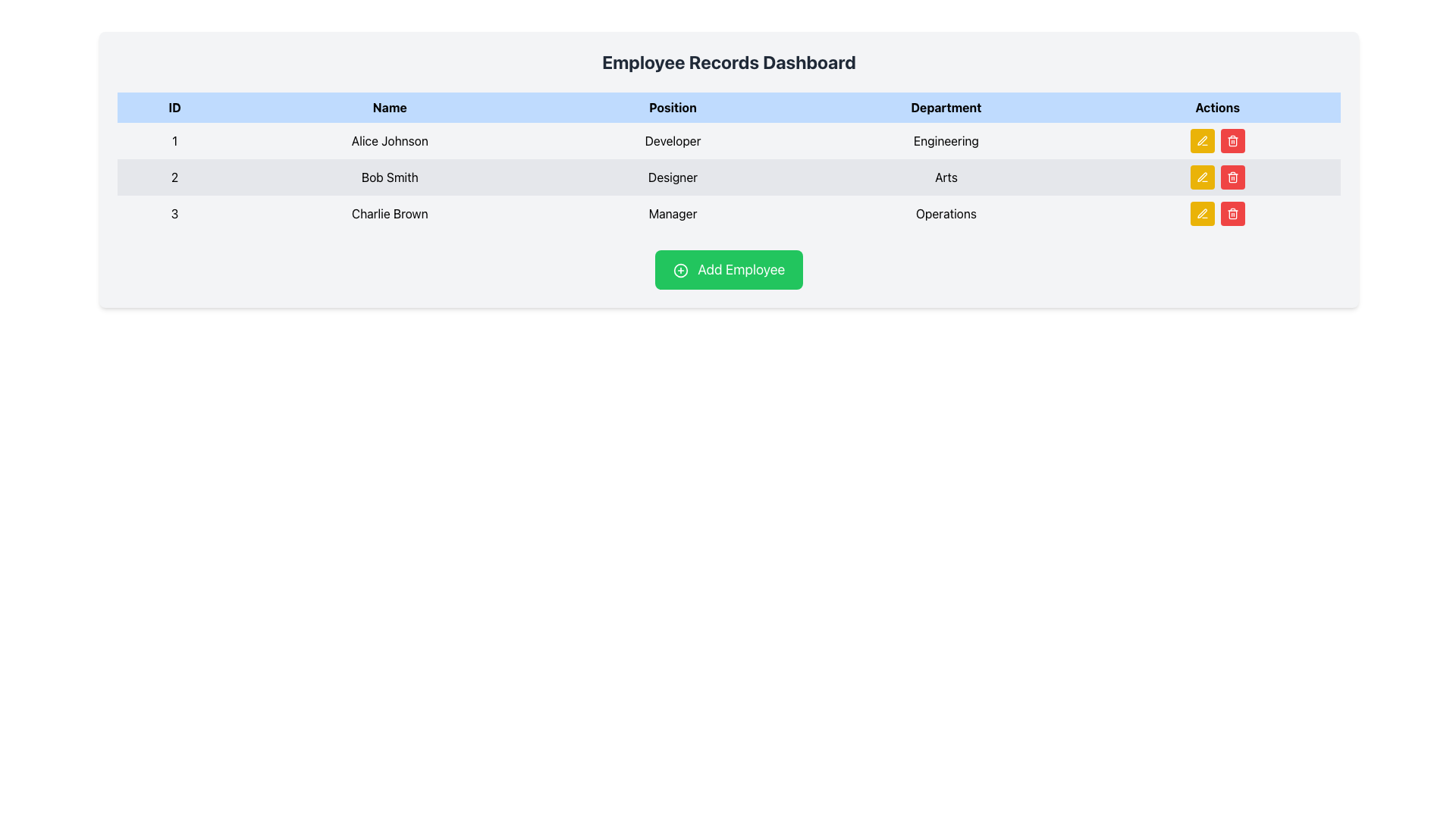 The height and width of the screenshot is (819, 1456). Describe the element at coordinates (729, 177) in the screenshot. I see `the second row of the table that contains information about employee 'Bob Smith', who is a 'Designer' in the 'Arts' department` at that location.